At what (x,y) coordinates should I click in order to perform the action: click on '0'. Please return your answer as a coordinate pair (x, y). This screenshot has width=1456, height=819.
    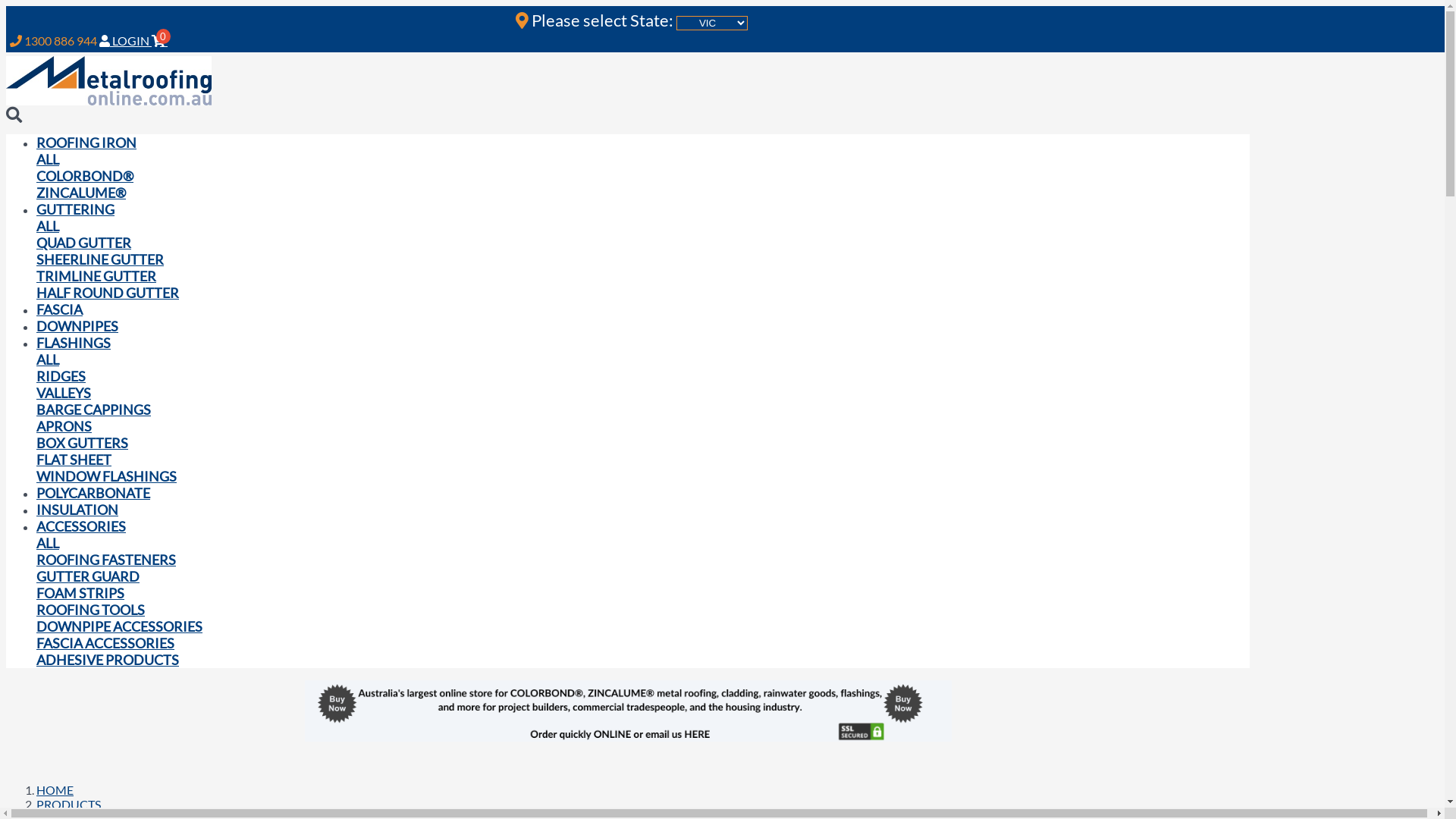
    Looking at the image, I should click on (161, 39).